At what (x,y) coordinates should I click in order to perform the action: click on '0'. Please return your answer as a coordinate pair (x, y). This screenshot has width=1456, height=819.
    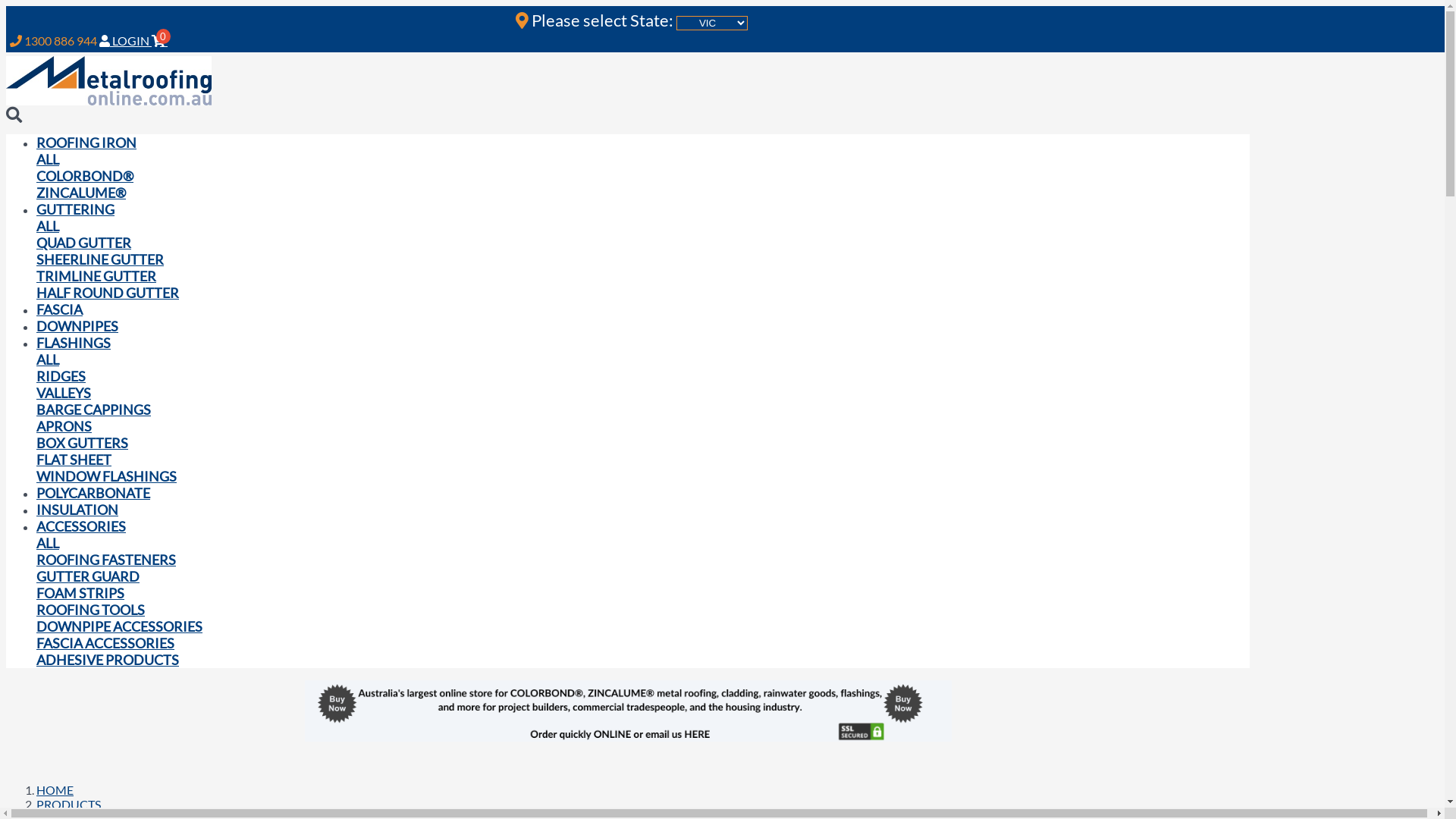
    Looking at the image, I should click on (161, 39).